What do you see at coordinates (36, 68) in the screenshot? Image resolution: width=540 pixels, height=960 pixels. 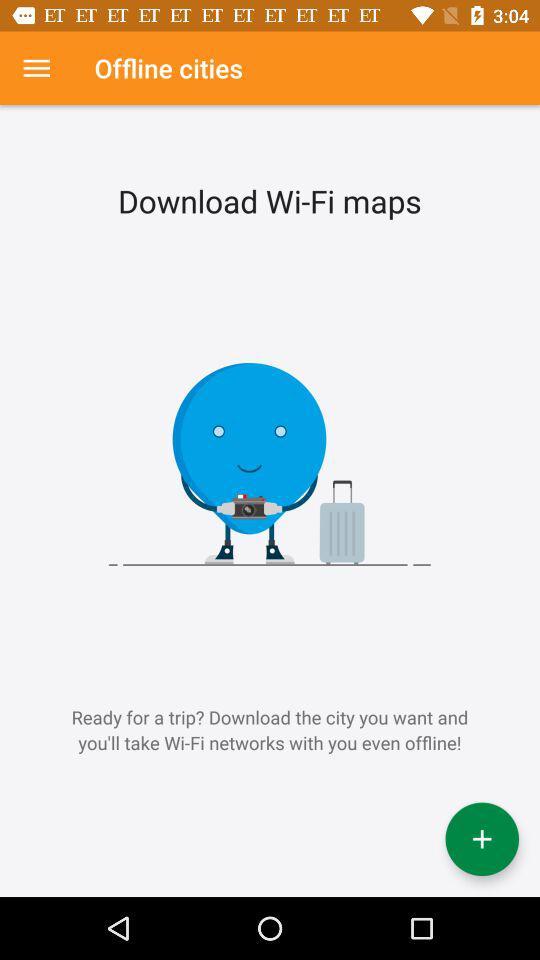 I see `menu` at bounding box center [36, 68].